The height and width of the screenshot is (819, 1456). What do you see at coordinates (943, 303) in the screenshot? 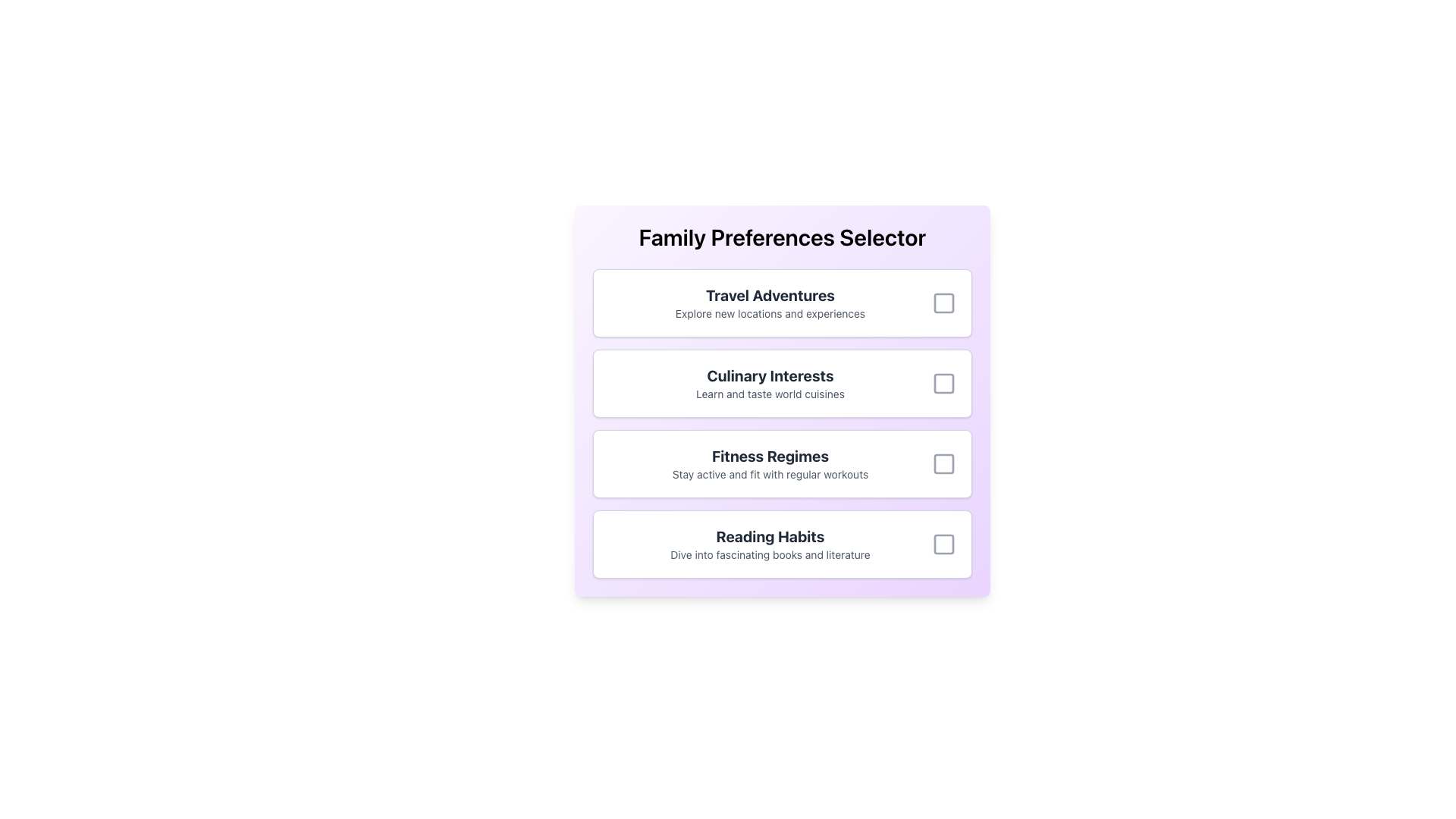
I see `the checkbox element located at the far right end of the 'Travel Adventures' row, which is a square-shaped icon with a hollow interior and rounded corners` at bounding box center [943, 303].